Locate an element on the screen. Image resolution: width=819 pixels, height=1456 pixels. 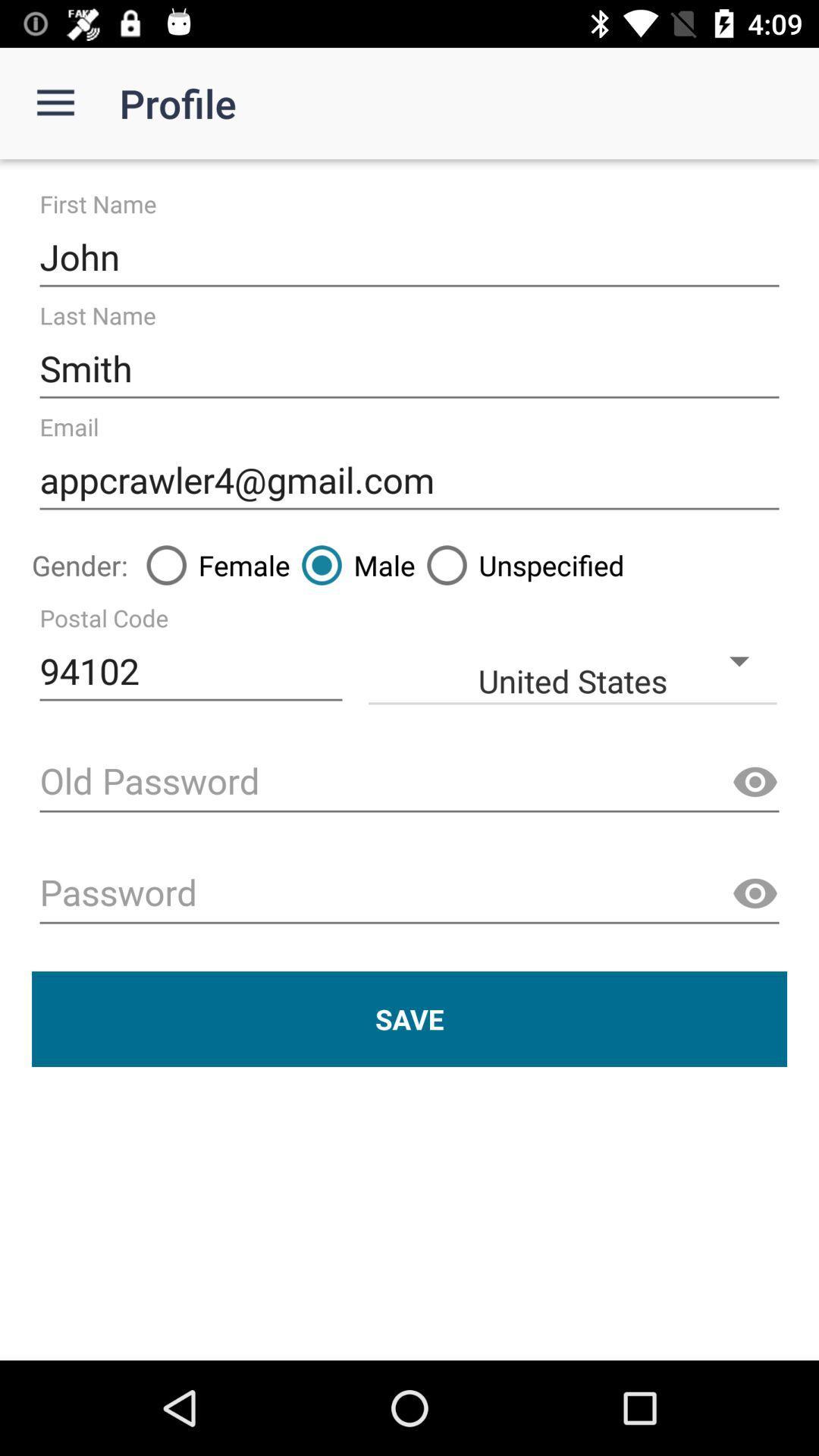
the 94102 icon is located at coordinates (190, 670).